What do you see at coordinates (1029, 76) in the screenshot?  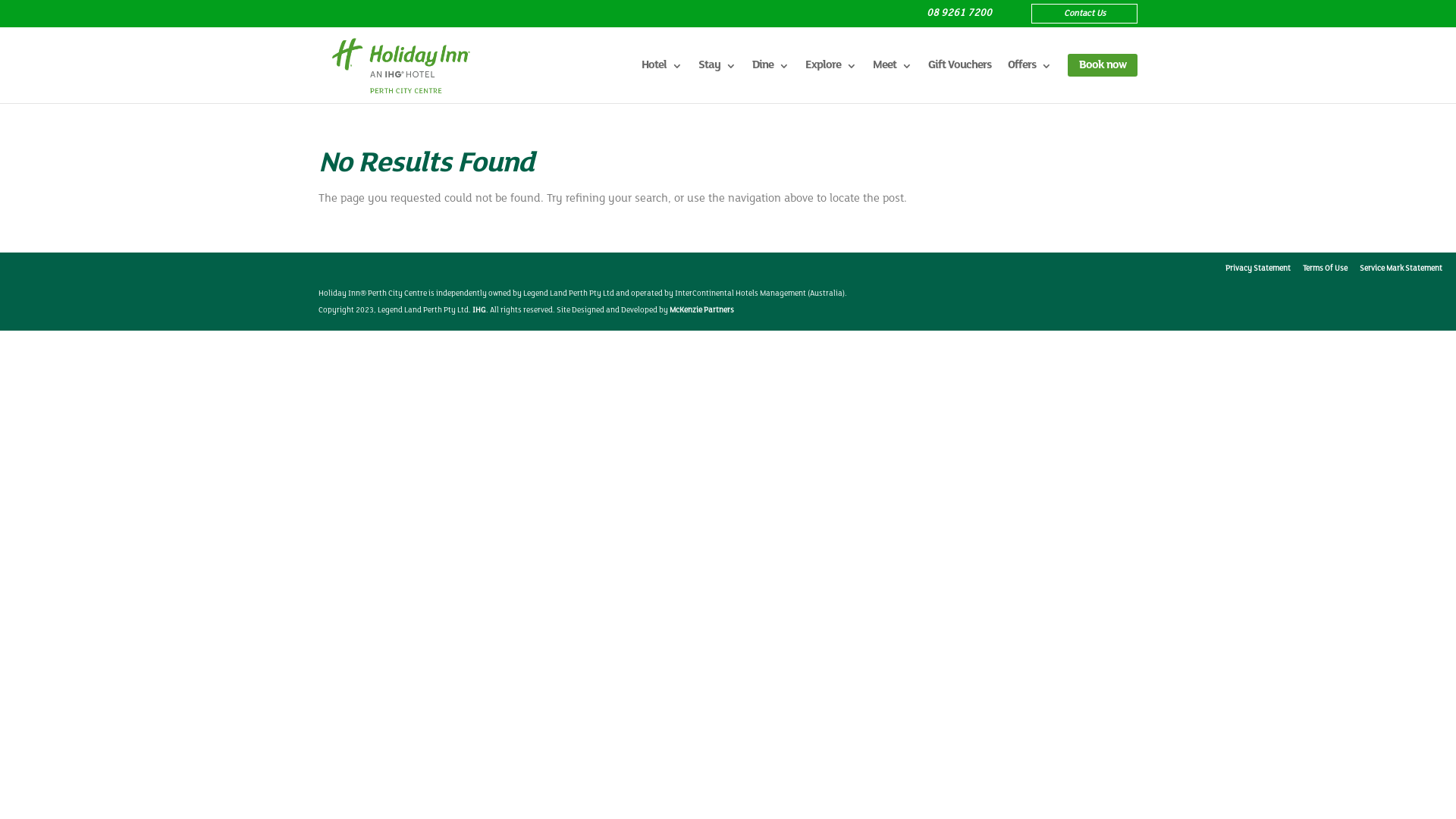 I see `'Offers'` at bounding box center [1029, 76].